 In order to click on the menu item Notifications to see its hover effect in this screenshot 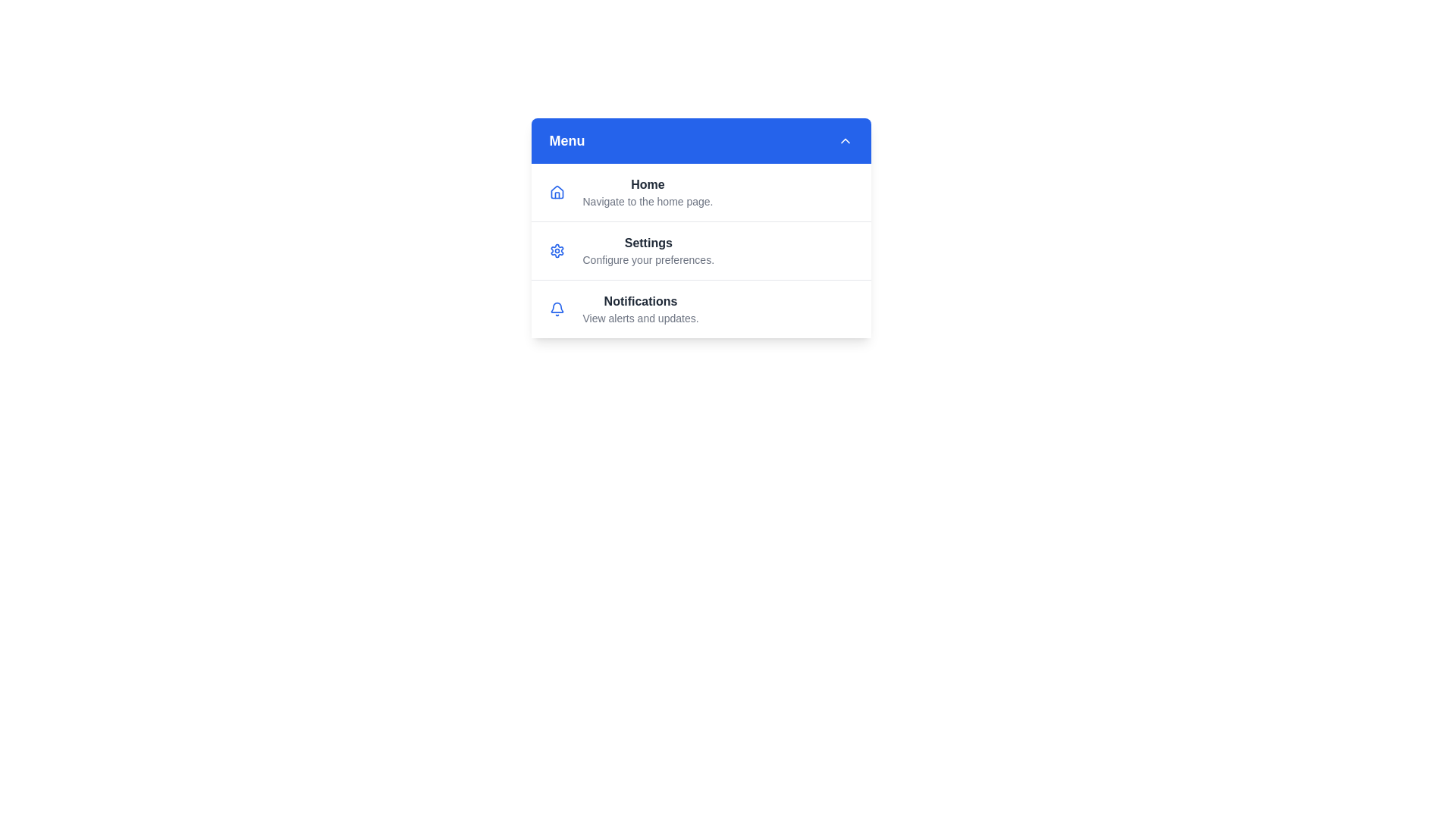, I will do `click(700, 308)`.